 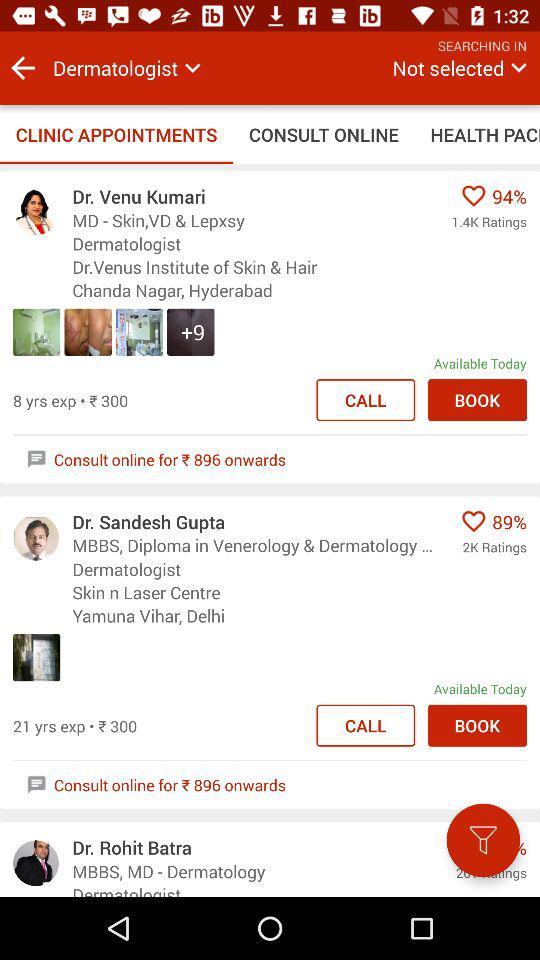 I want to click on the filter icon, so click(x=482, y=840).